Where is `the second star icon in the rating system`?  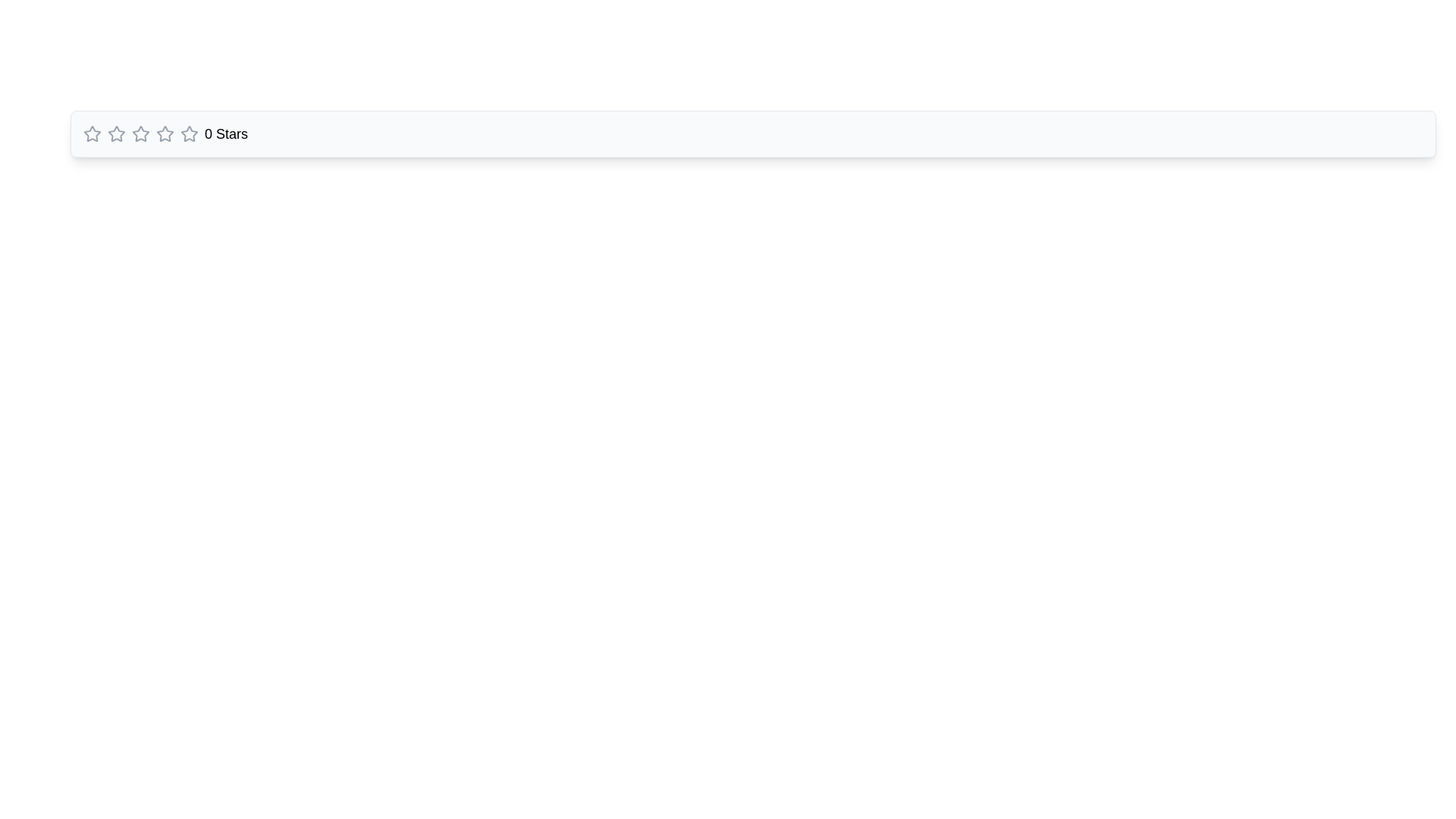
the second star icon in the rating system is located at coordinates (115, 133).